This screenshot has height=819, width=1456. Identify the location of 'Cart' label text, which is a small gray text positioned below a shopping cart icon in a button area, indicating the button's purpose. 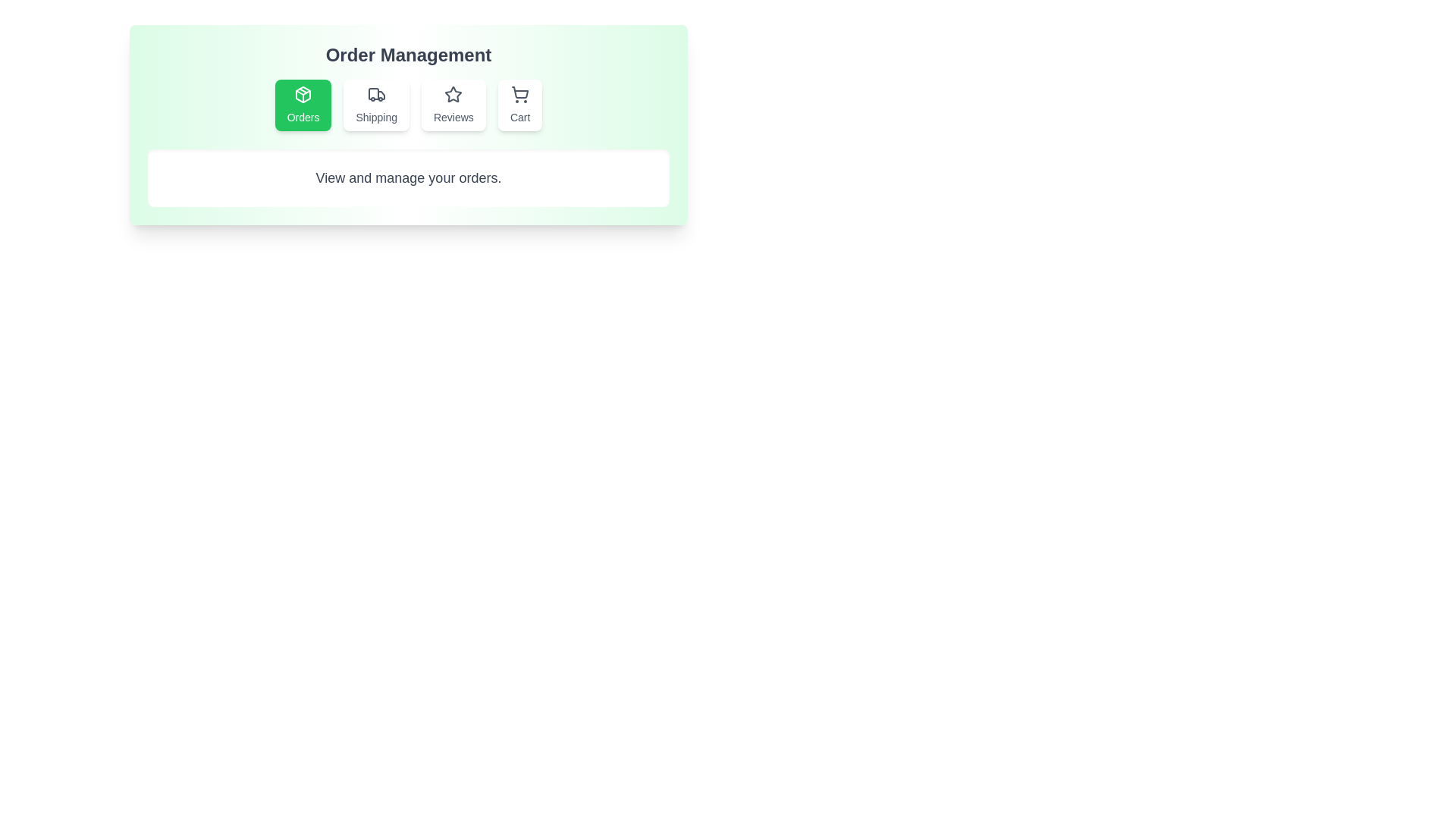
(520, 116).